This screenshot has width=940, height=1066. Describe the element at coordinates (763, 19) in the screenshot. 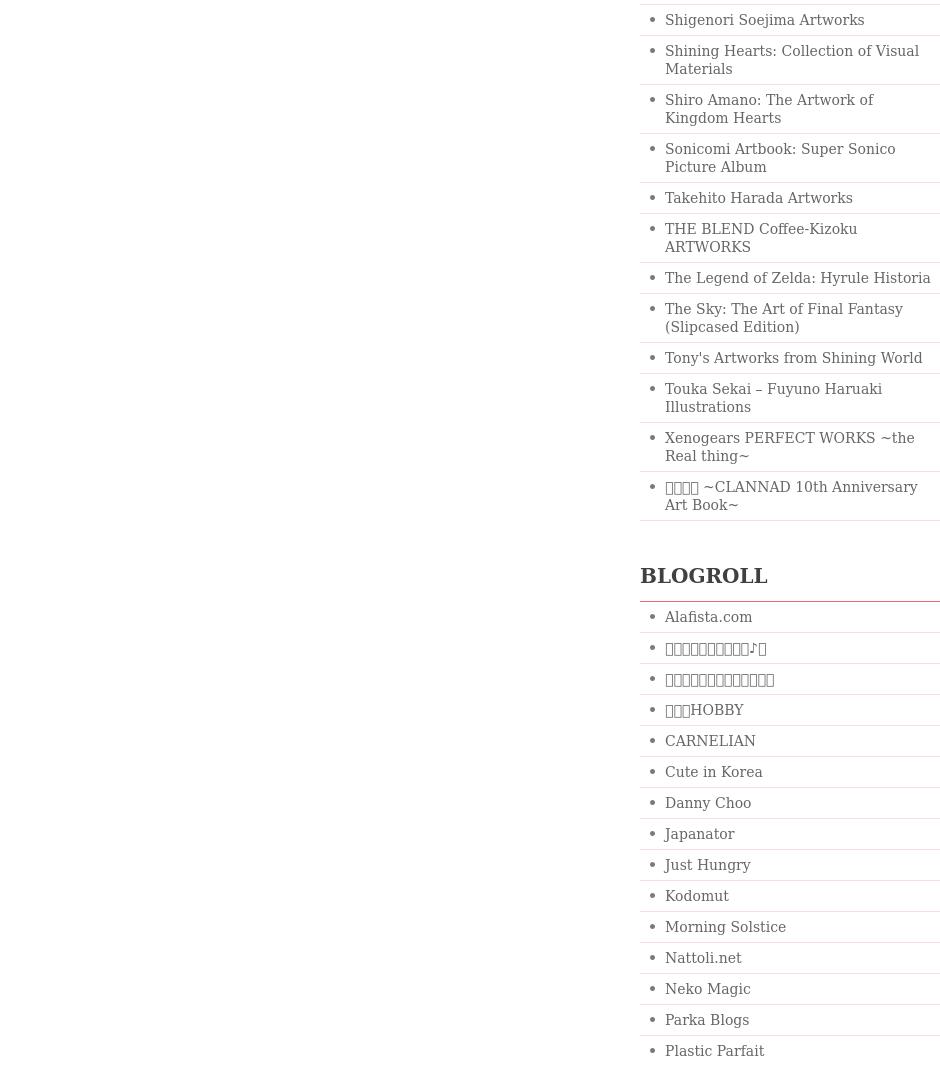

I see `'Shigenori Soejima Artworks'` at that location.